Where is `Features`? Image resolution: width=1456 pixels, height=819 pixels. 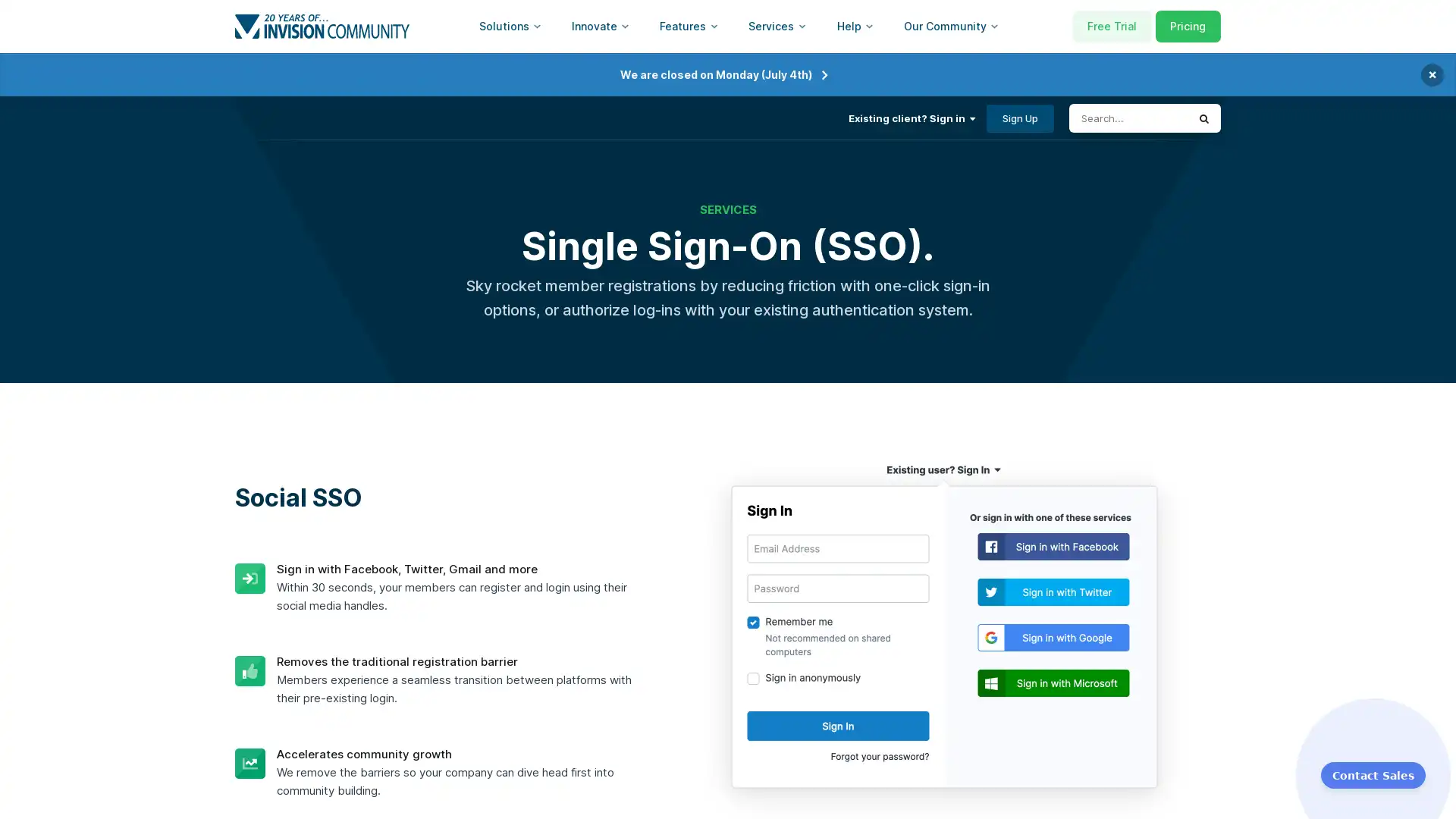
Features is located at coordinates (688, 26).